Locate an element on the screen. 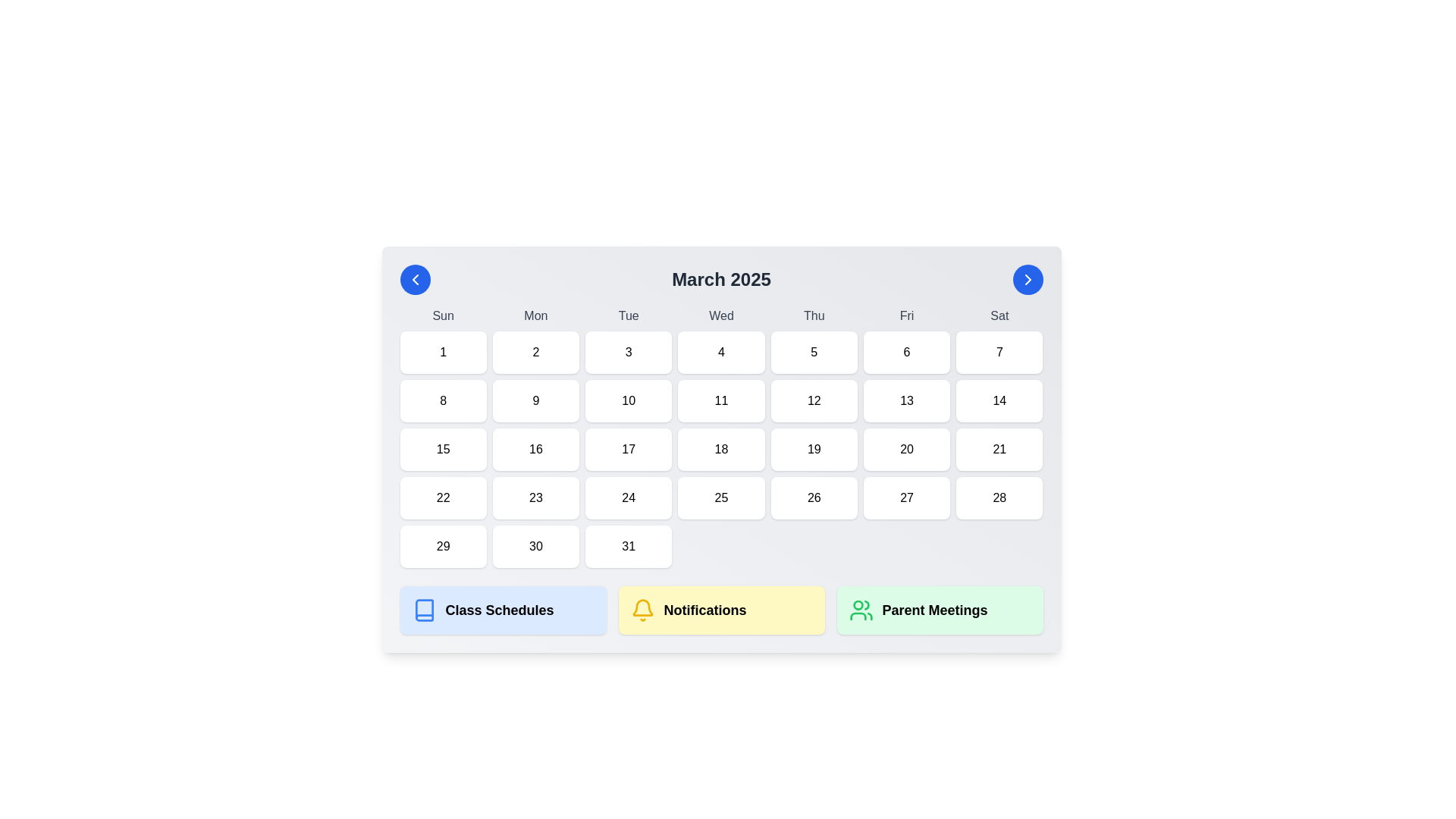  the Calendar date cell displaying '14' in bold black font is located at coordinates (999, 400).